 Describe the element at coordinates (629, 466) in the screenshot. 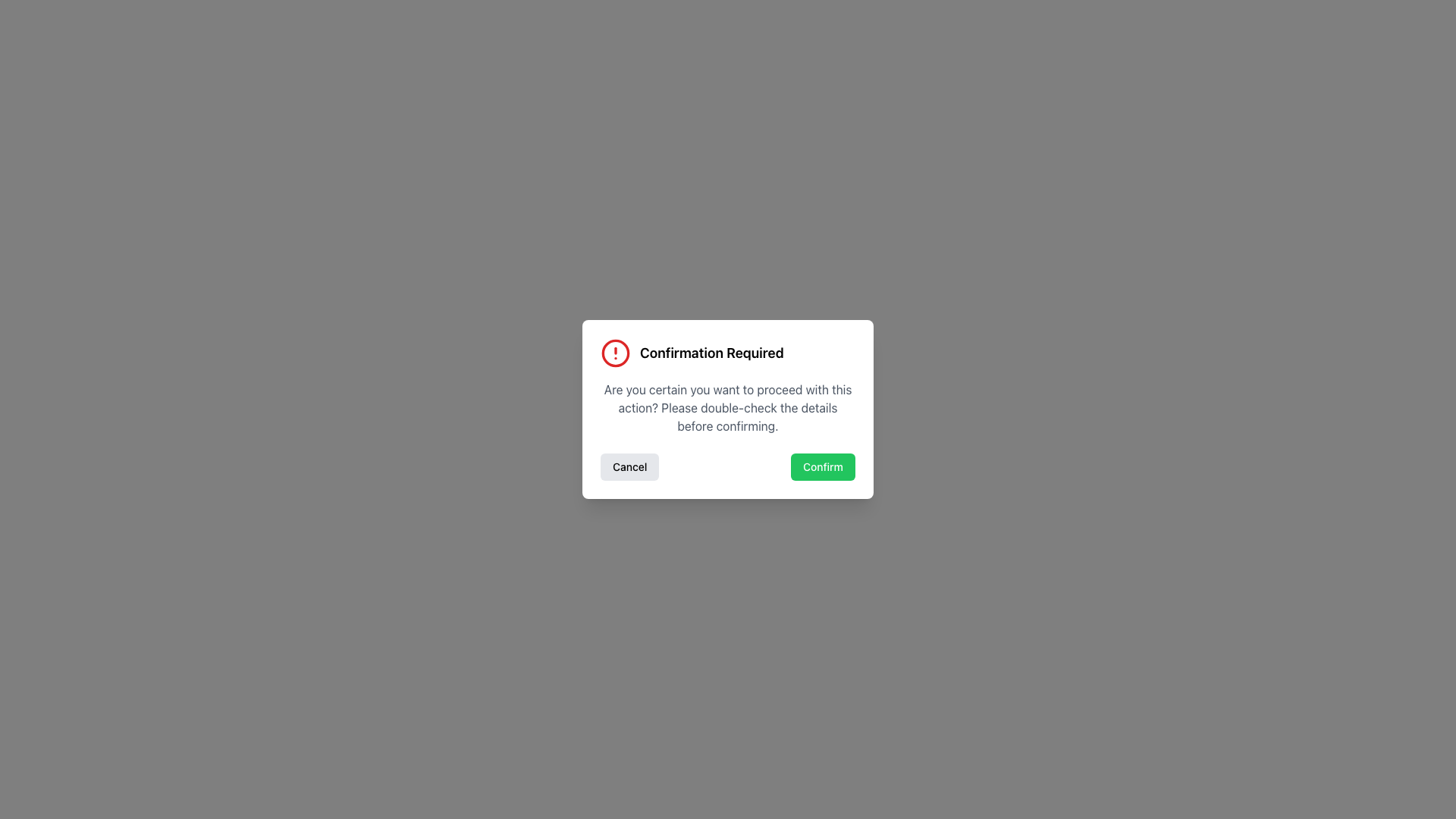

I see `the 'Cancel' button, which is a rectangular button with a light gray background and the text 'Cancel' in black, located in the bottom-left portion of a dialog box` at that location.